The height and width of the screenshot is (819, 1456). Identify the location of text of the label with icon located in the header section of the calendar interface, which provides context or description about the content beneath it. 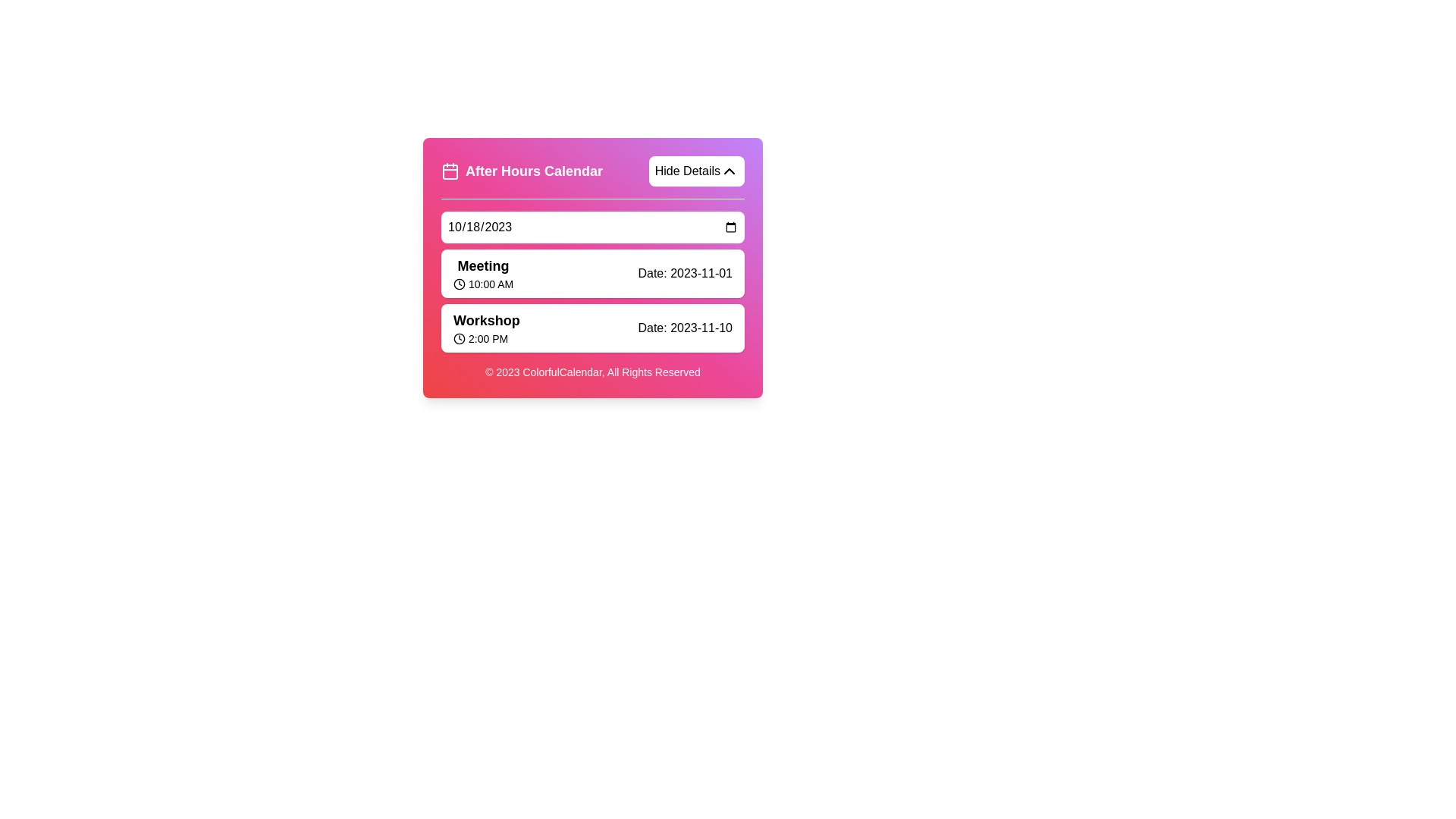
(522, 171).